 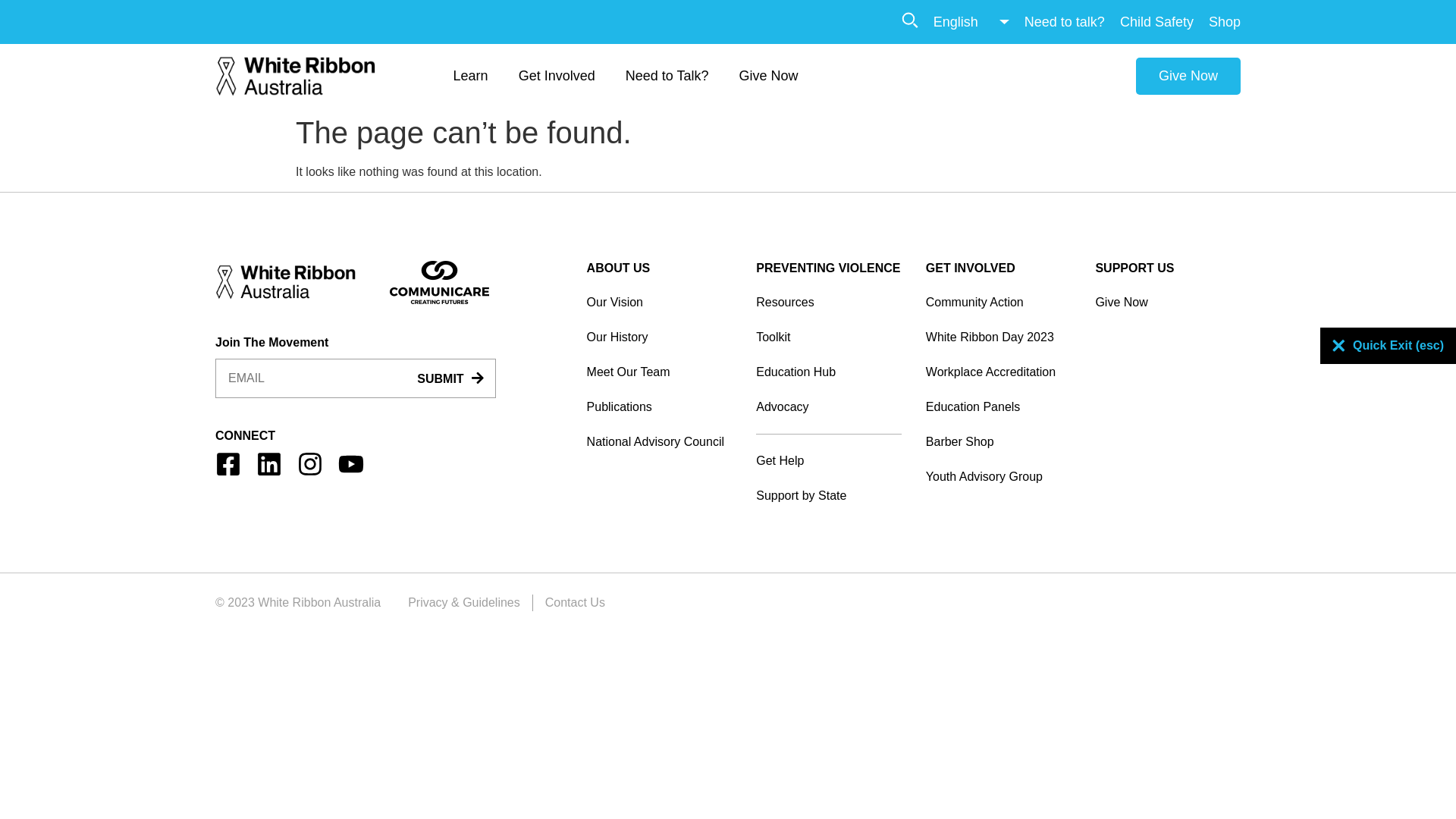 I want to click on 'Barber Shop', so click(x=998, y=441).